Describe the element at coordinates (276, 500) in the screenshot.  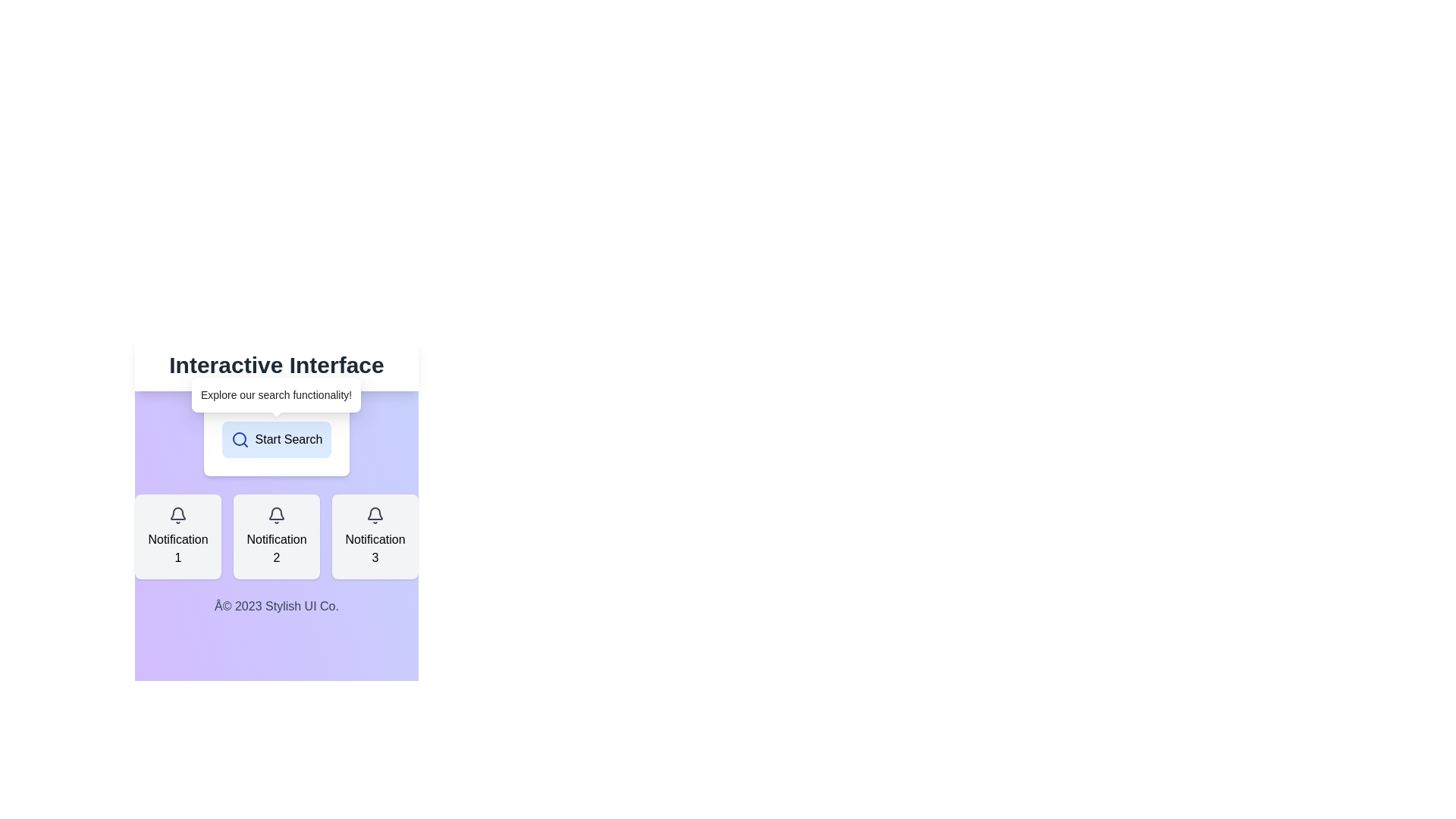
I see `the middle notification tile with the bell icon and the text 'Notification 2'` at that location.